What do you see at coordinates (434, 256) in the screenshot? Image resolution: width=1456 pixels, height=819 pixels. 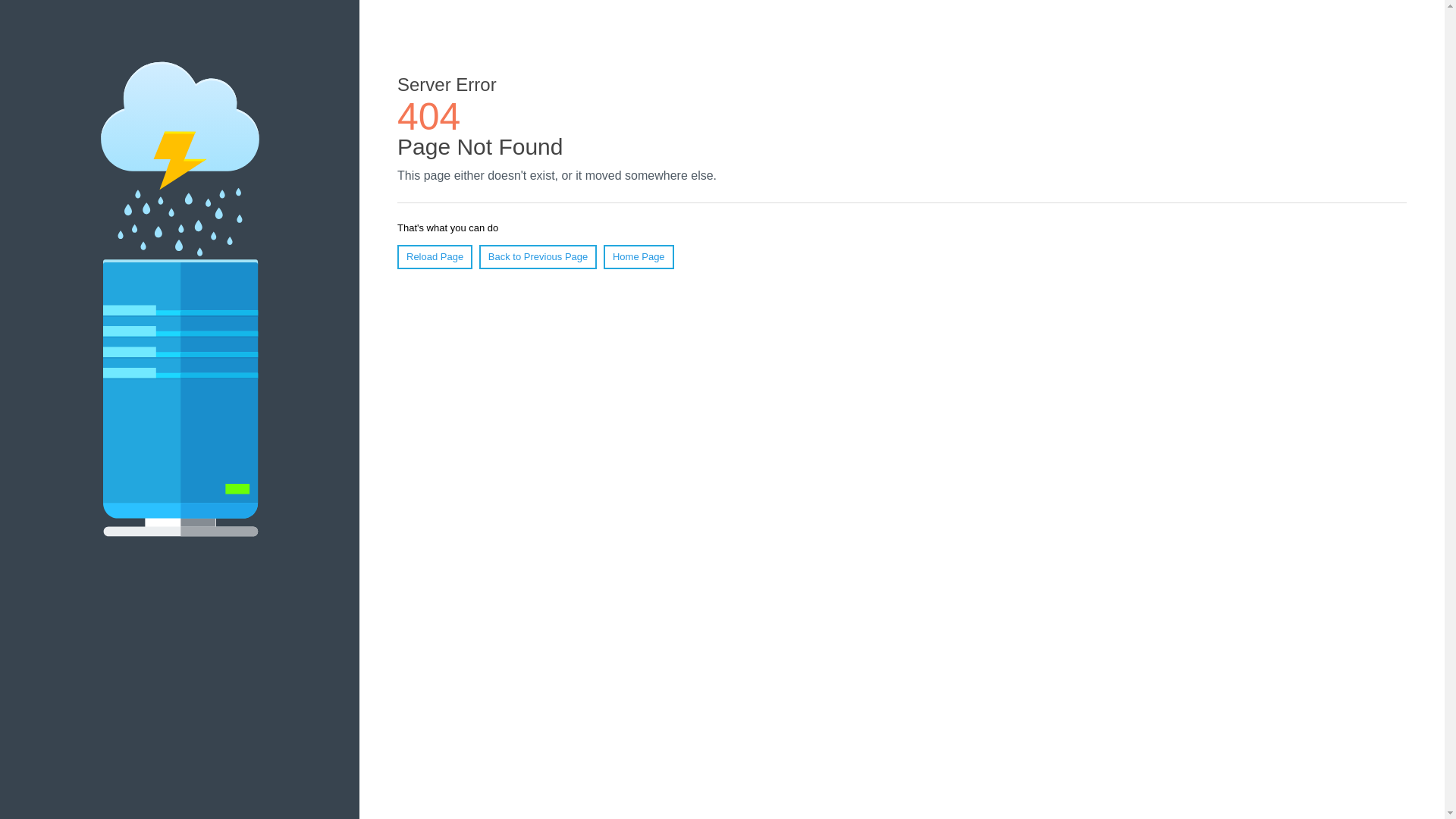 I see `'Reload Page'` at bounding box center [434, 256].